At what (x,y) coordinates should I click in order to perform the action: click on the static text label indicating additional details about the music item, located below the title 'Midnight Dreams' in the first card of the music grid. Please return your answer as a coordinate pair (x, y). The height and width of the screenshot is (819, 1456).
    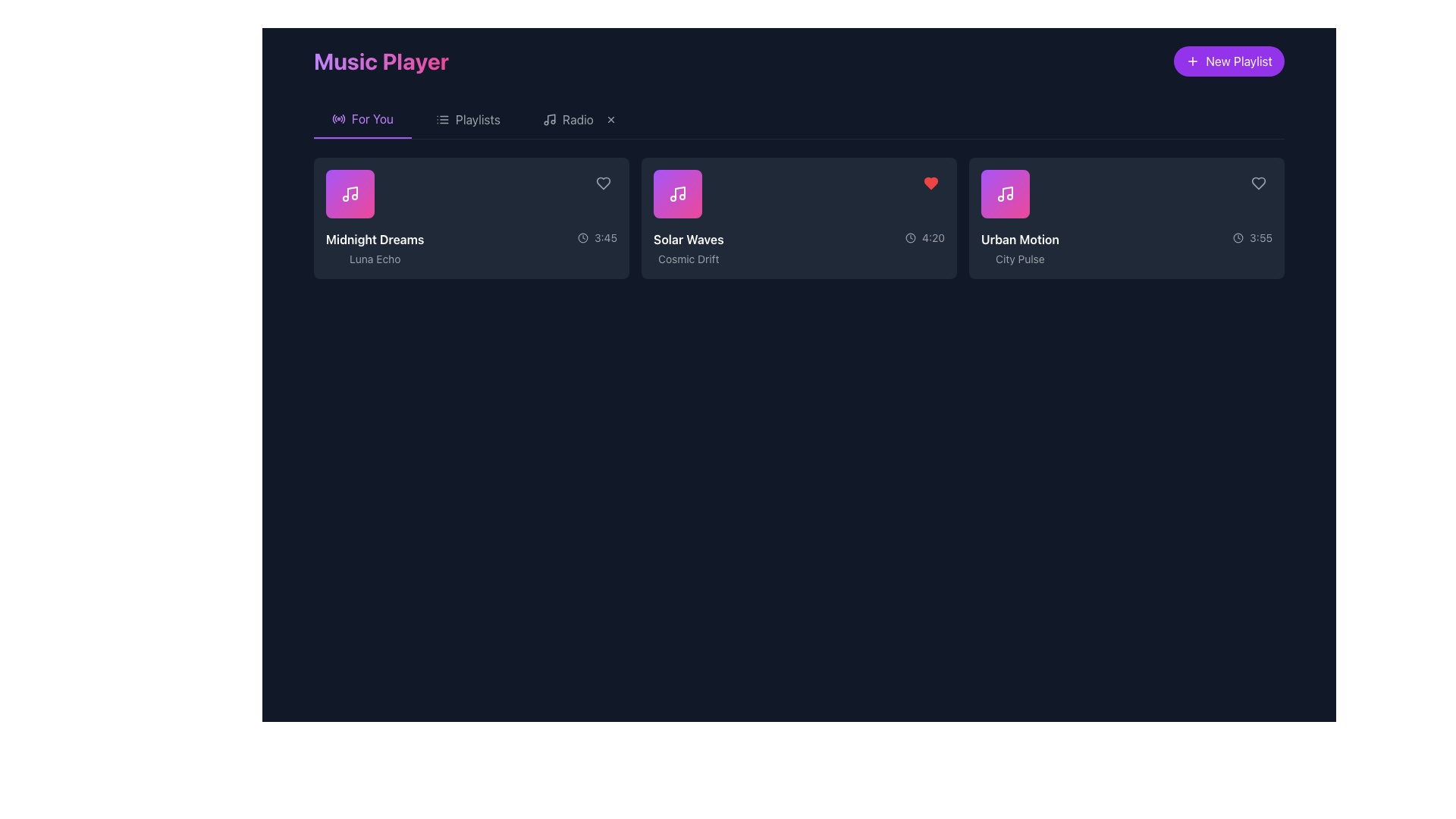
    Looking at the image, I should click on (375, 259).